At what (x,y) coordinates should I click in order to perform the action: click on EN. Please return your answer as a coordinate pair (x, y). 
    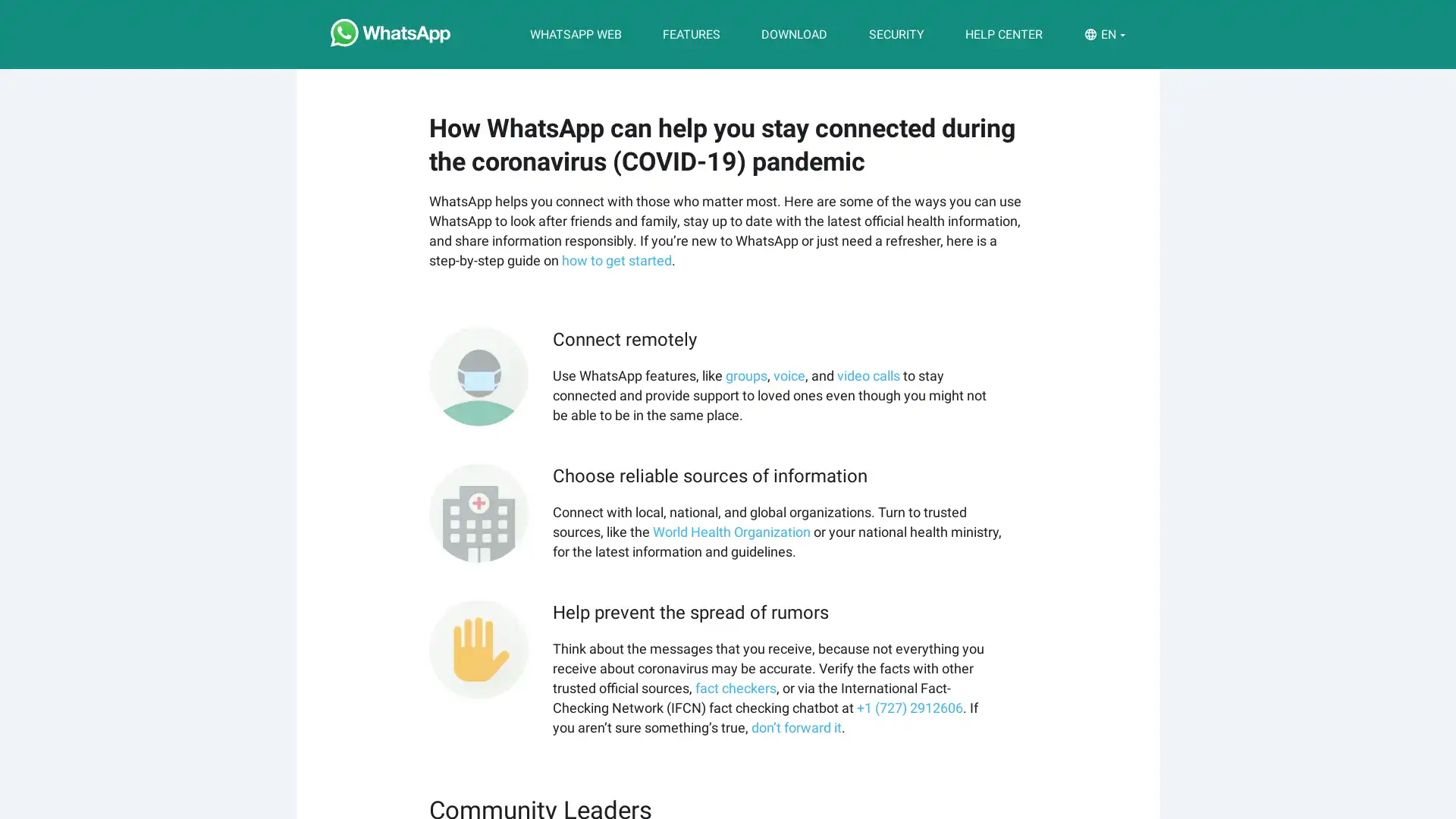
    Looking at the image, I should click on (1105, 34).